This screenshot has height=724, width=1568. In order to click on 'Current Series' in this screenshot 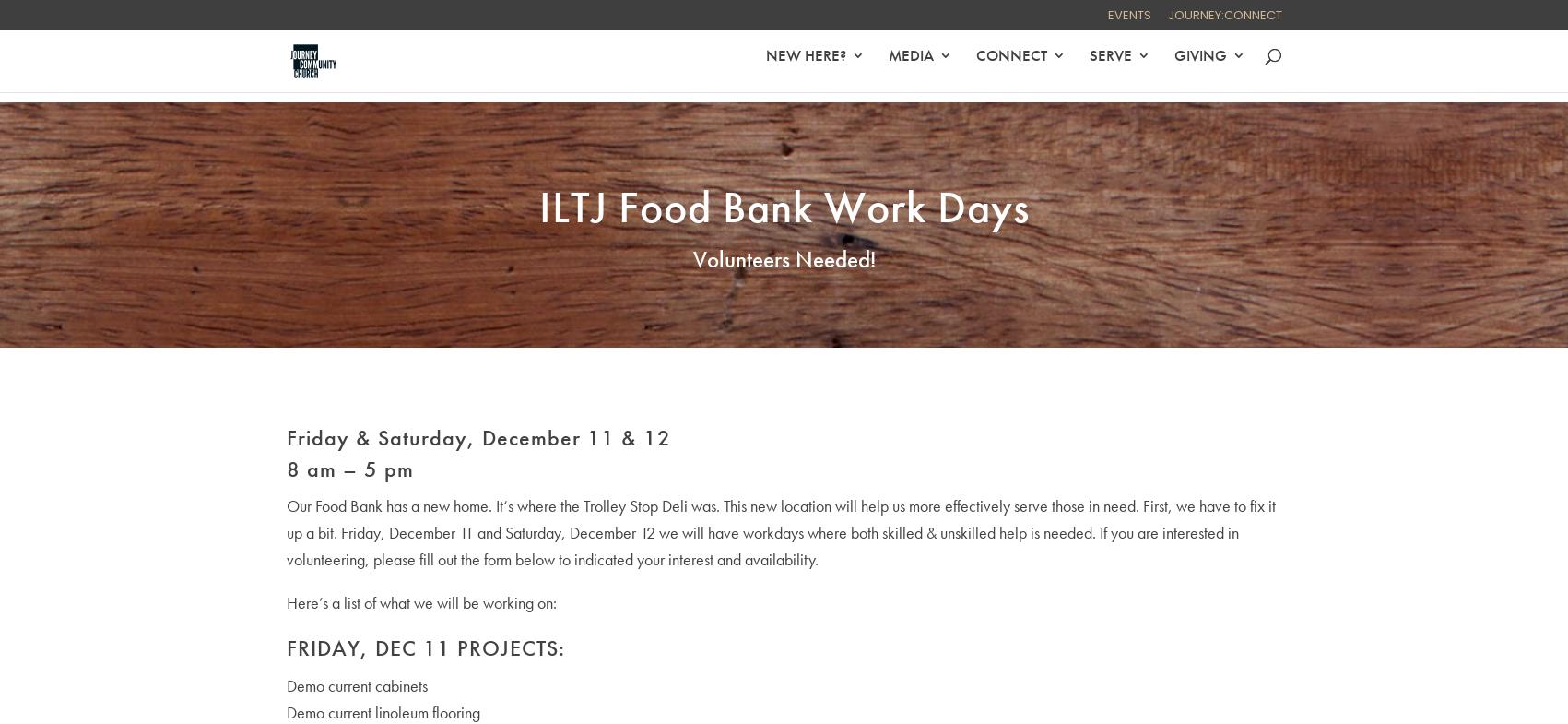, I will do `click(969, 216)`.